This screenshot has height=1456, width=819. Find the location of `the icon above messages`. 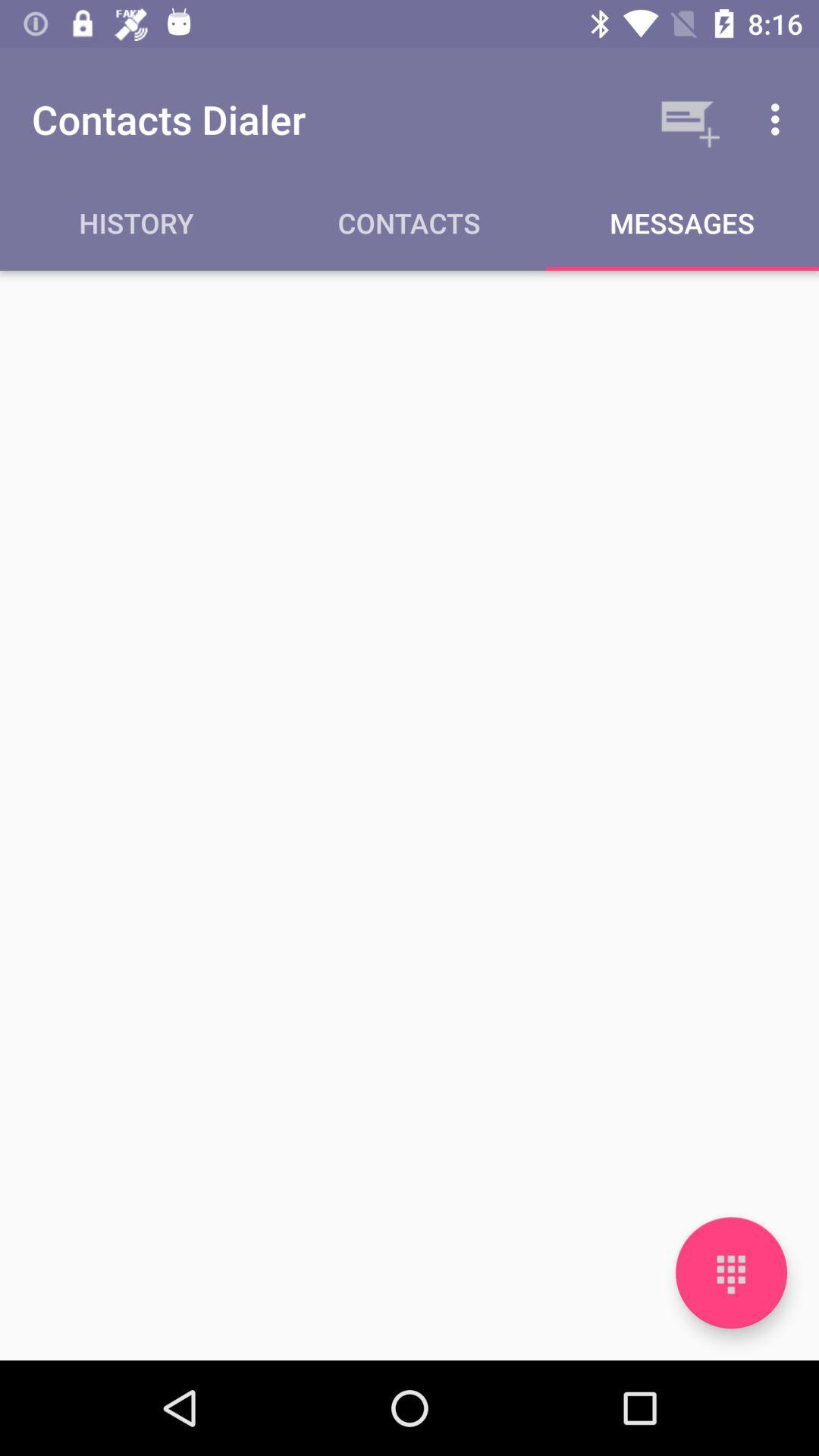

the icon above messages is located at coordinates (687, 118).